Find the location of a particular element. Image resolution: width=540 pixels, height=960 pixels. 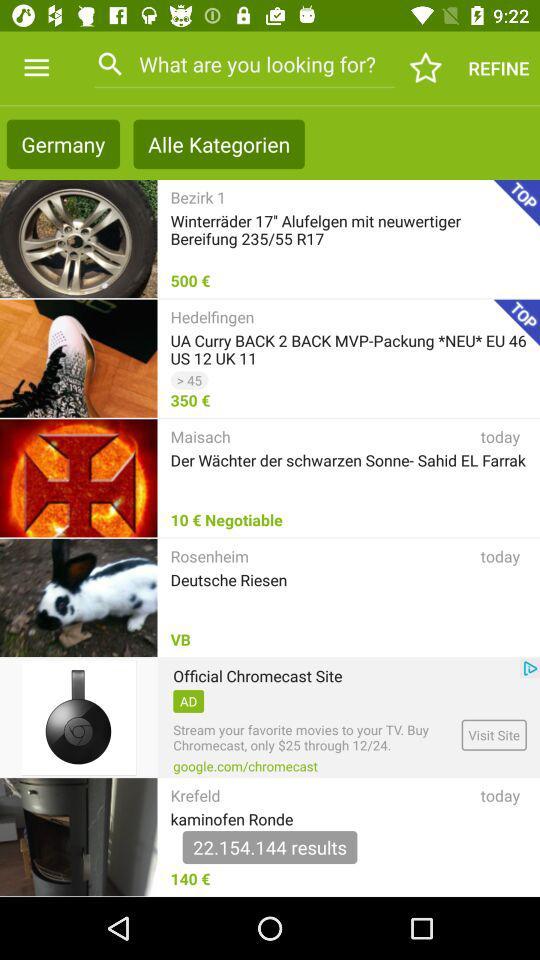

official chromecast site icon is located at coordinates (257, 675).